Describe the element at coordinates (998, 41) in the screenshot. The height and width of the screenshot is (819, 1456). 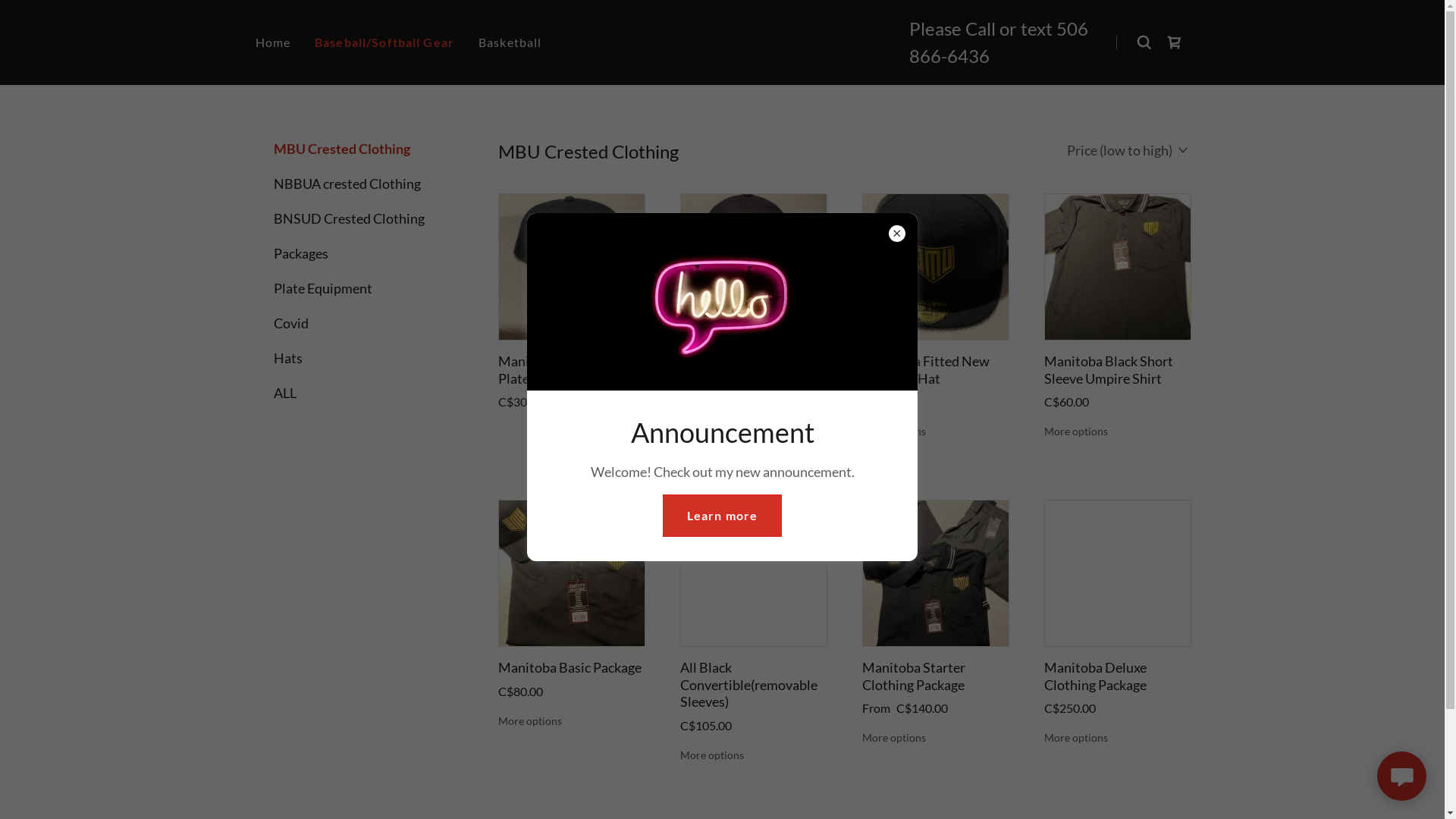
I see `'506 866-6436'` at that location.